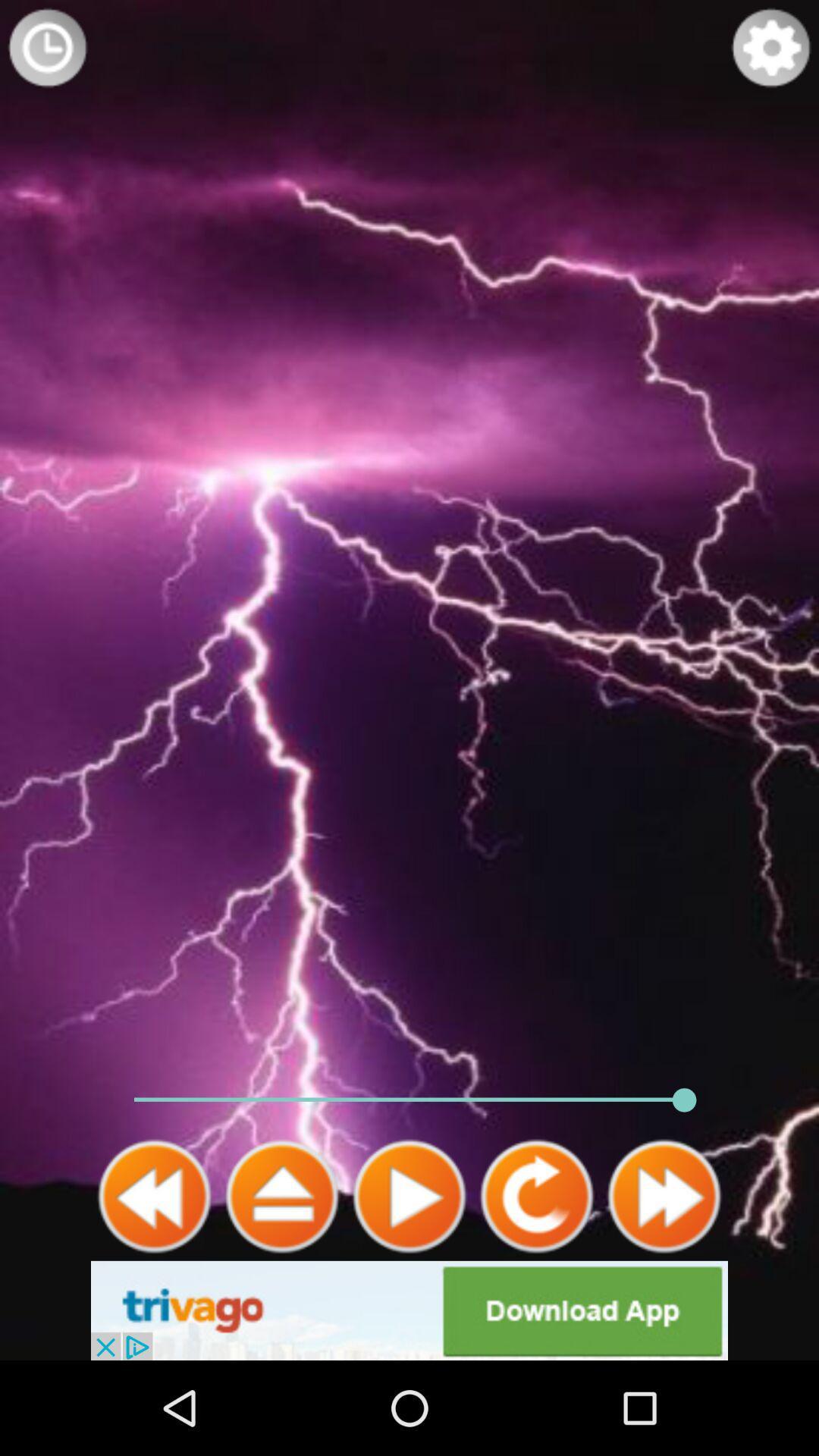 The width and height of the screenshot is (819, 1456). What do you see at coordinates (155, 1196) in the screenshot?
I see `back button` at bounding box center [155, 1196].